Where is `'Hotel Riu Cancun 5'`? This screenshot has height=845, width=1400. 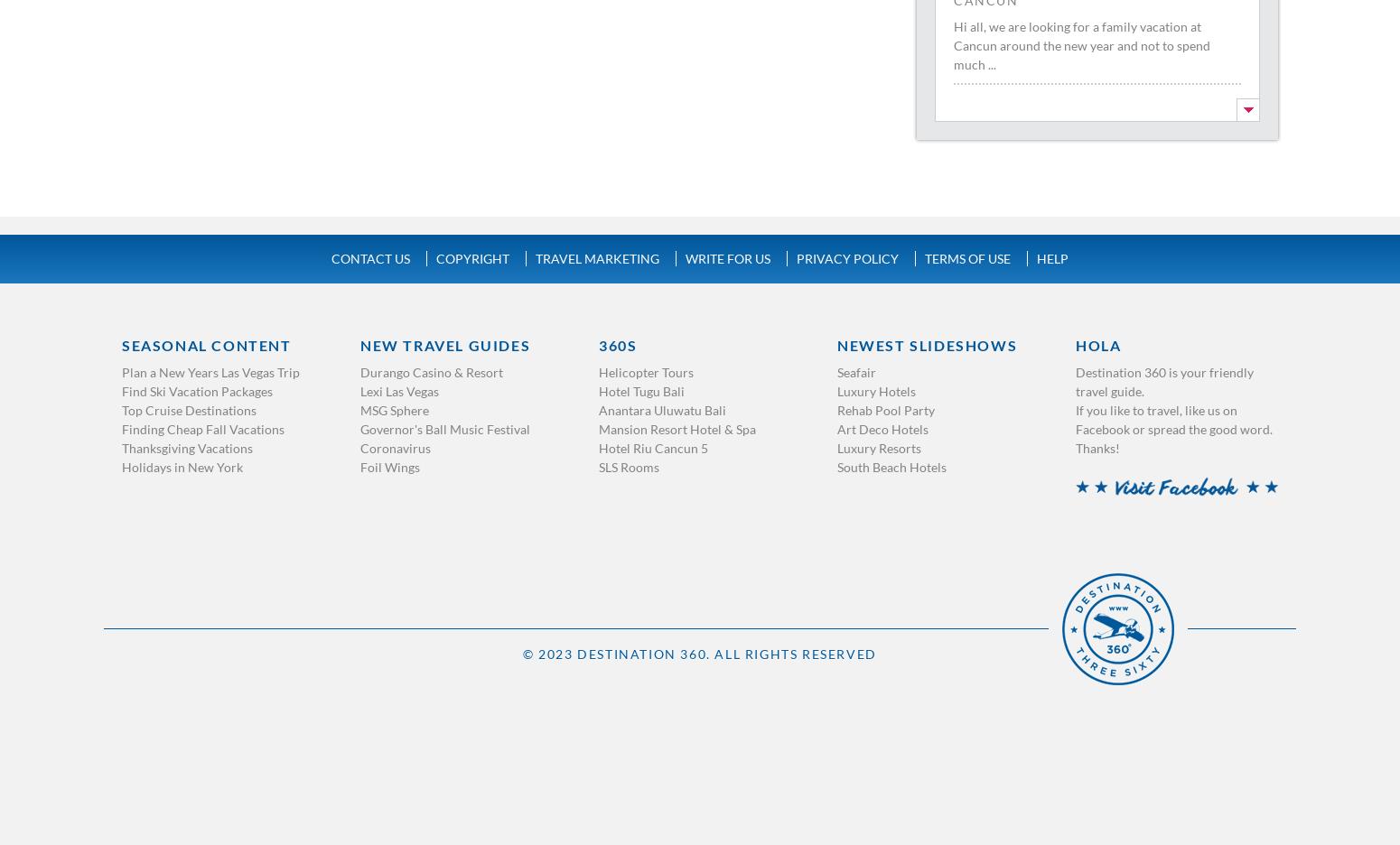 'Hotel Riu Cancun 5' is located at coordinates (597, 446).